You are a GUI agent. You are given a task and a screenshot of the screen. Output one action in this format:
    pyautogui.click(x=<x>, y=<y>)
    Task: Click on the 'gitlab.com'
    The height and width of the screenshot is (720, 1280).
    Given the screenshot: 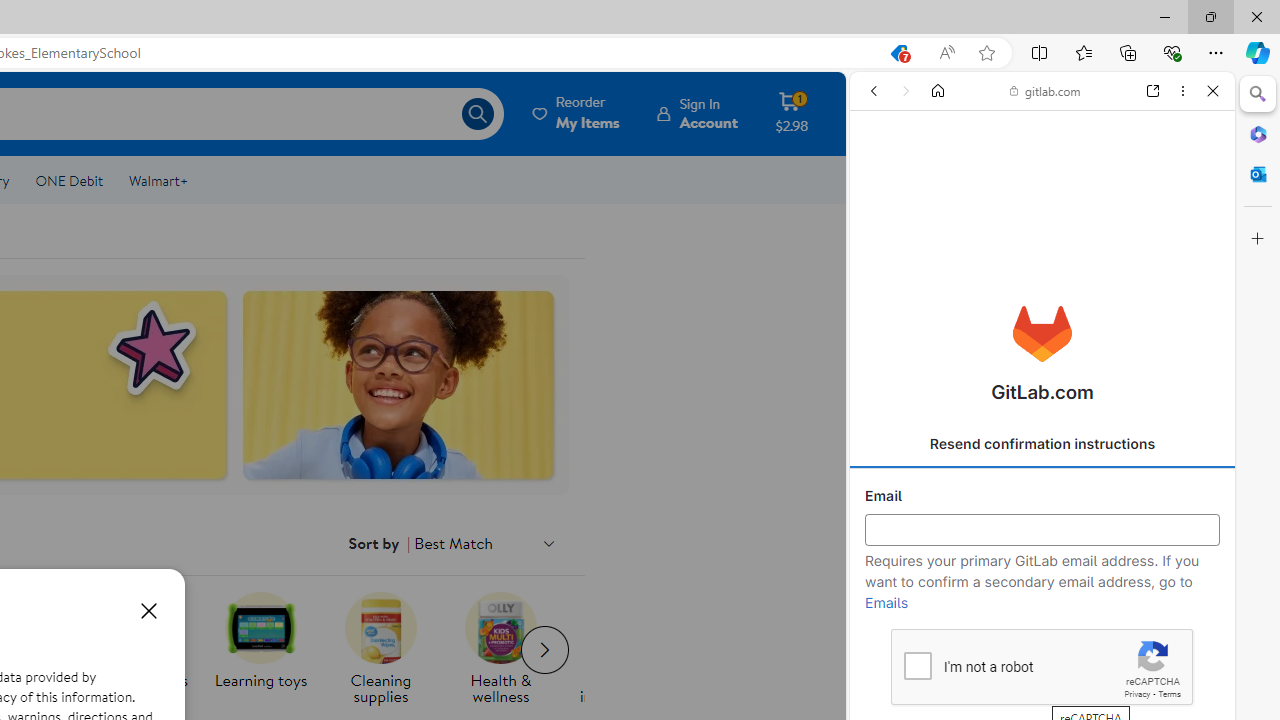 What is the action you would take?
    pyautogui.click(x=1044, y=91)
    